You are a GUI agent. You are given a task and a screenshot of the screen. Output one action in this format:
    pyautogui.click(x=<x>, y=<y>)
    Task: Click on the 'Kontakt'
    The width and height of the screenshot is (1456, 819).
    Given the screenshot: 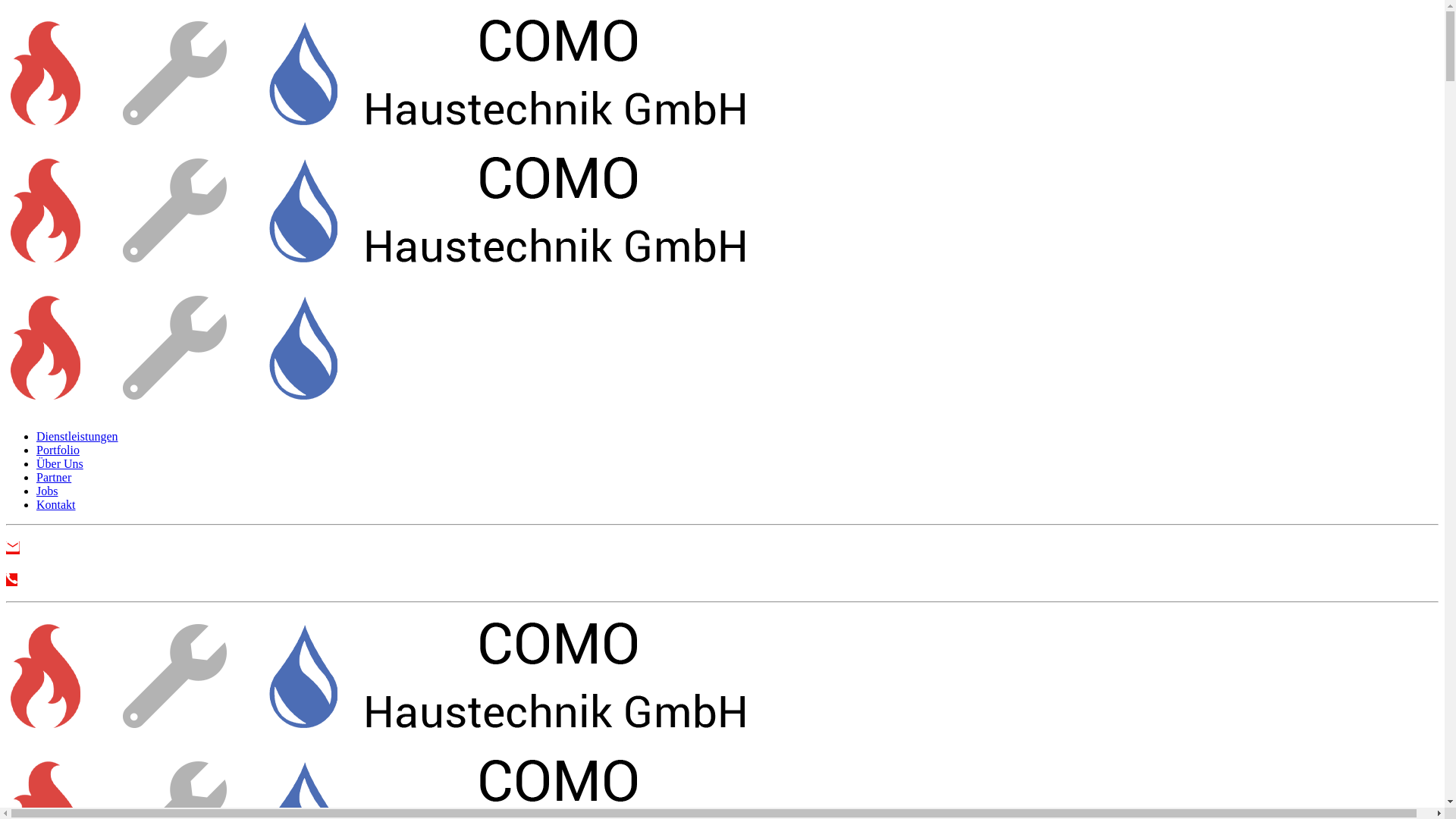 What is the action you would take?
    pyautogui.click(x=55, y=504)
    